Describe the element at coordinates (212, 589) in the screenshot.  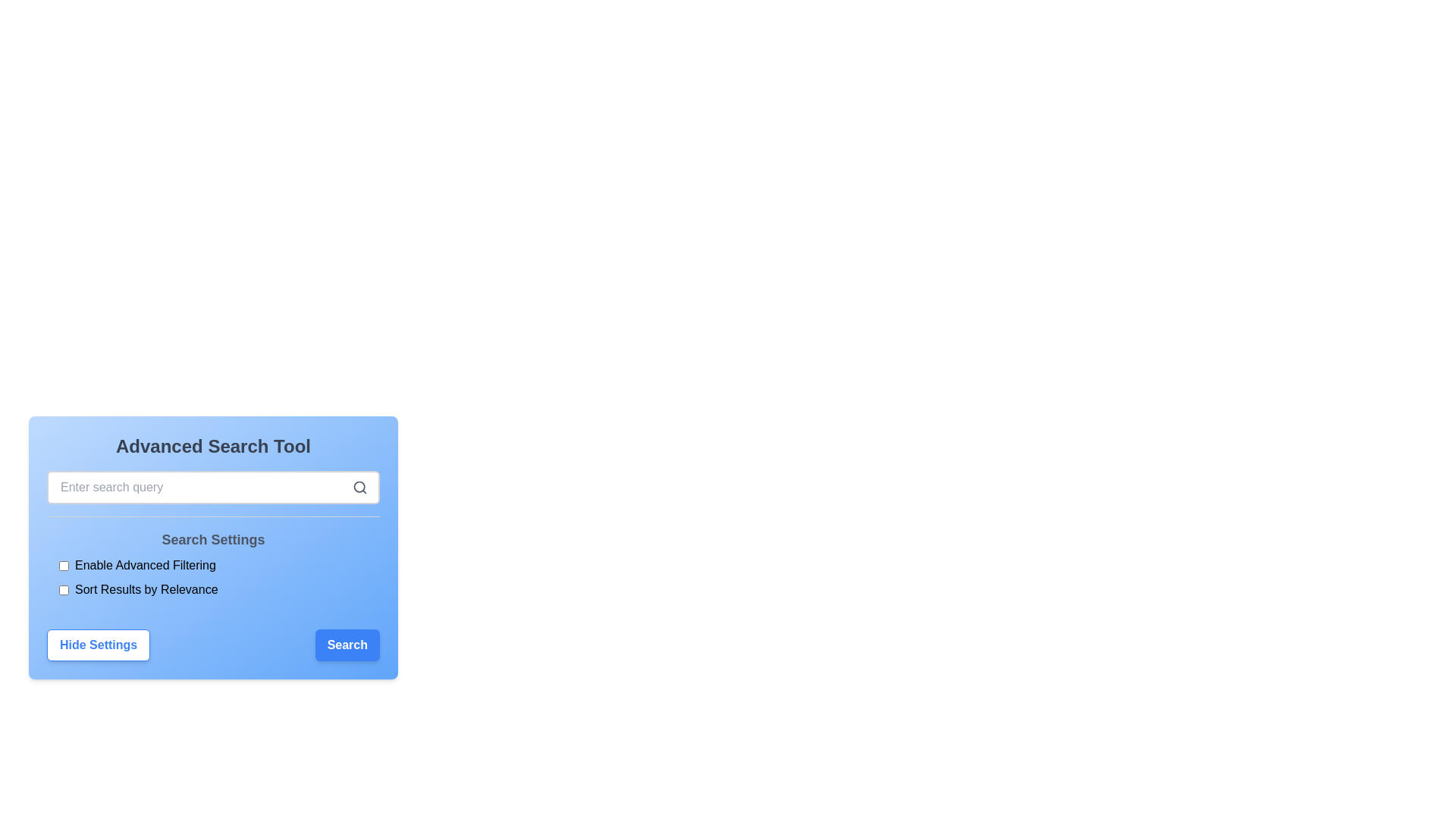
I see `the checkbox for toggling the sorting results based on relevance in the Search Settings area, located below the 'Enable Advanced Filtering' section` at that location.